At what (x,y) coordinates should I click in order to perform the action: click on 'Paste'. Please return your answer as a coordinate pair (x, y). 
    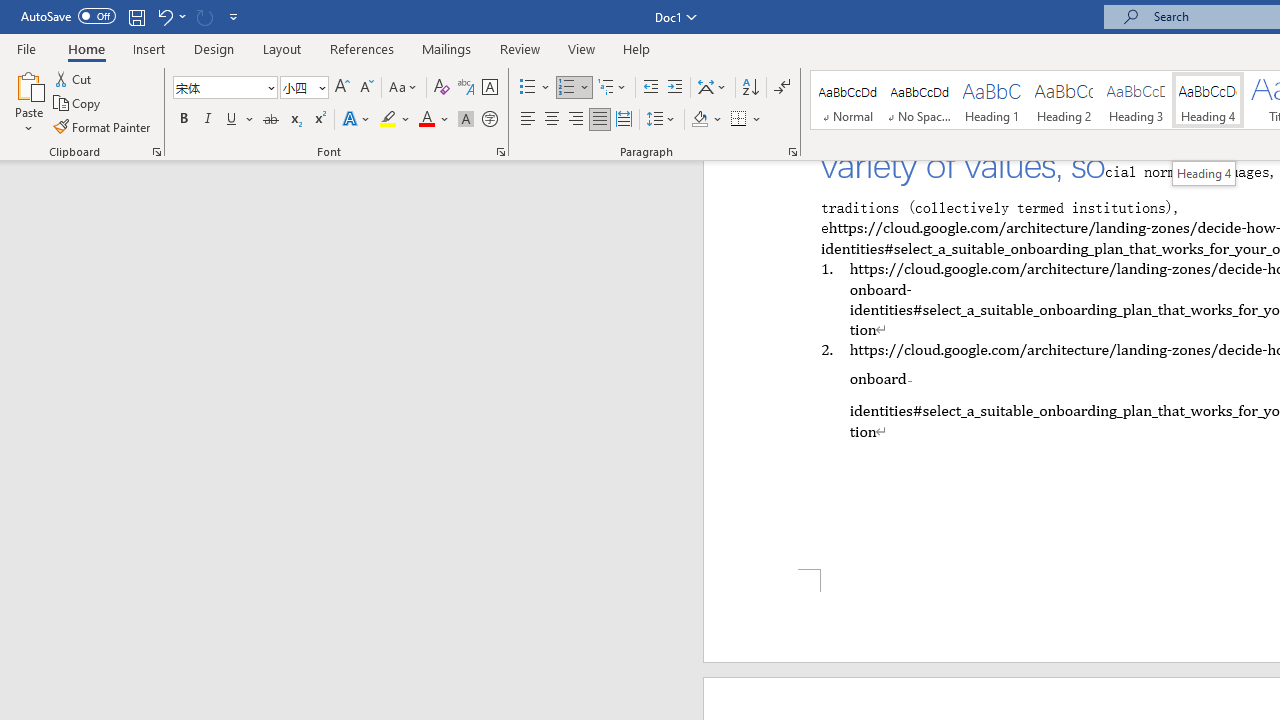
    Looking at the image, I should click on (28, 103).